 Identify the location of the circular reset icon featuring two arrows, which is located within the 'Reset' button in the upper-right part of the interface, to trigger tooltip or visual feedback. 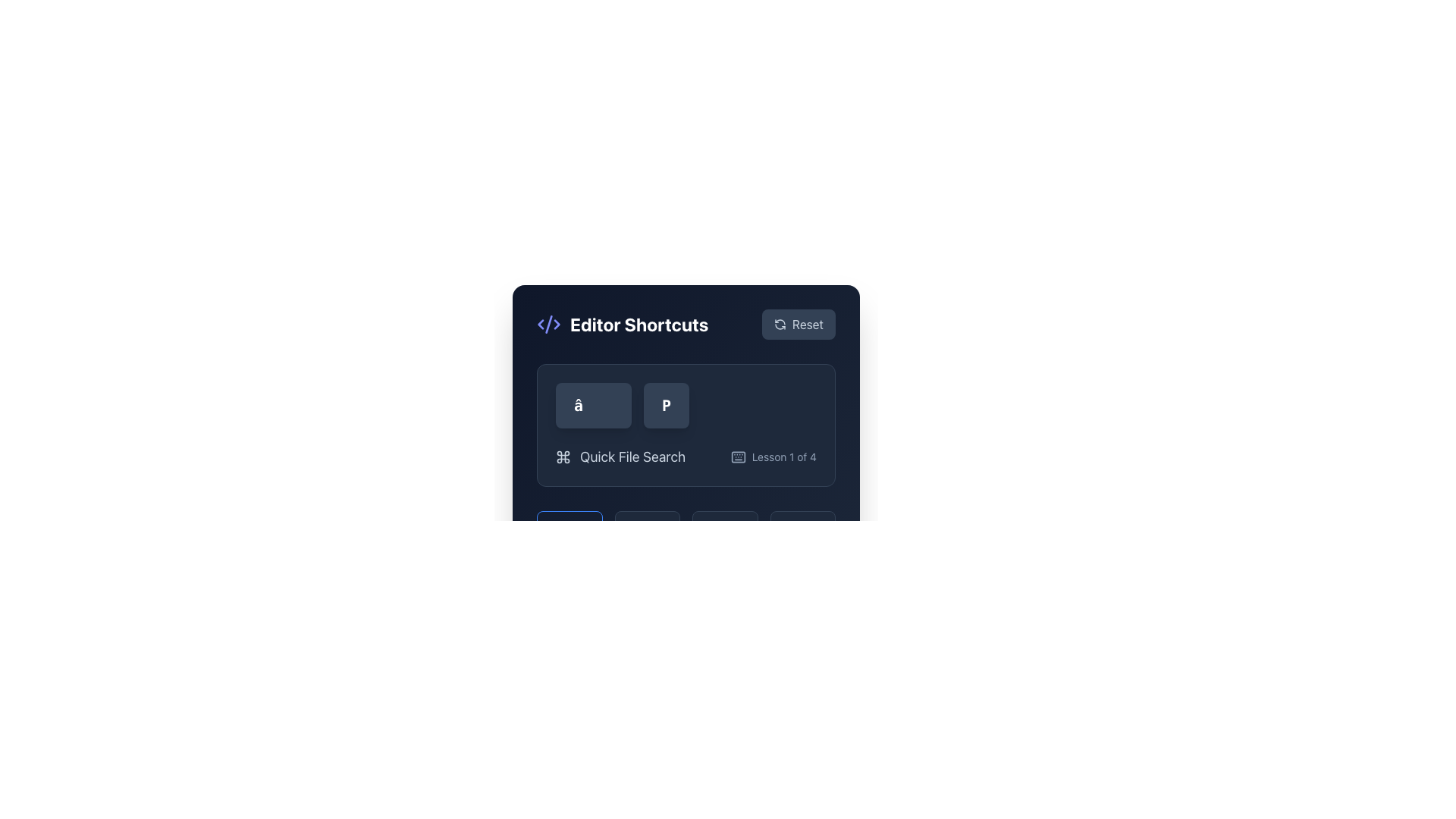
(780, 324).